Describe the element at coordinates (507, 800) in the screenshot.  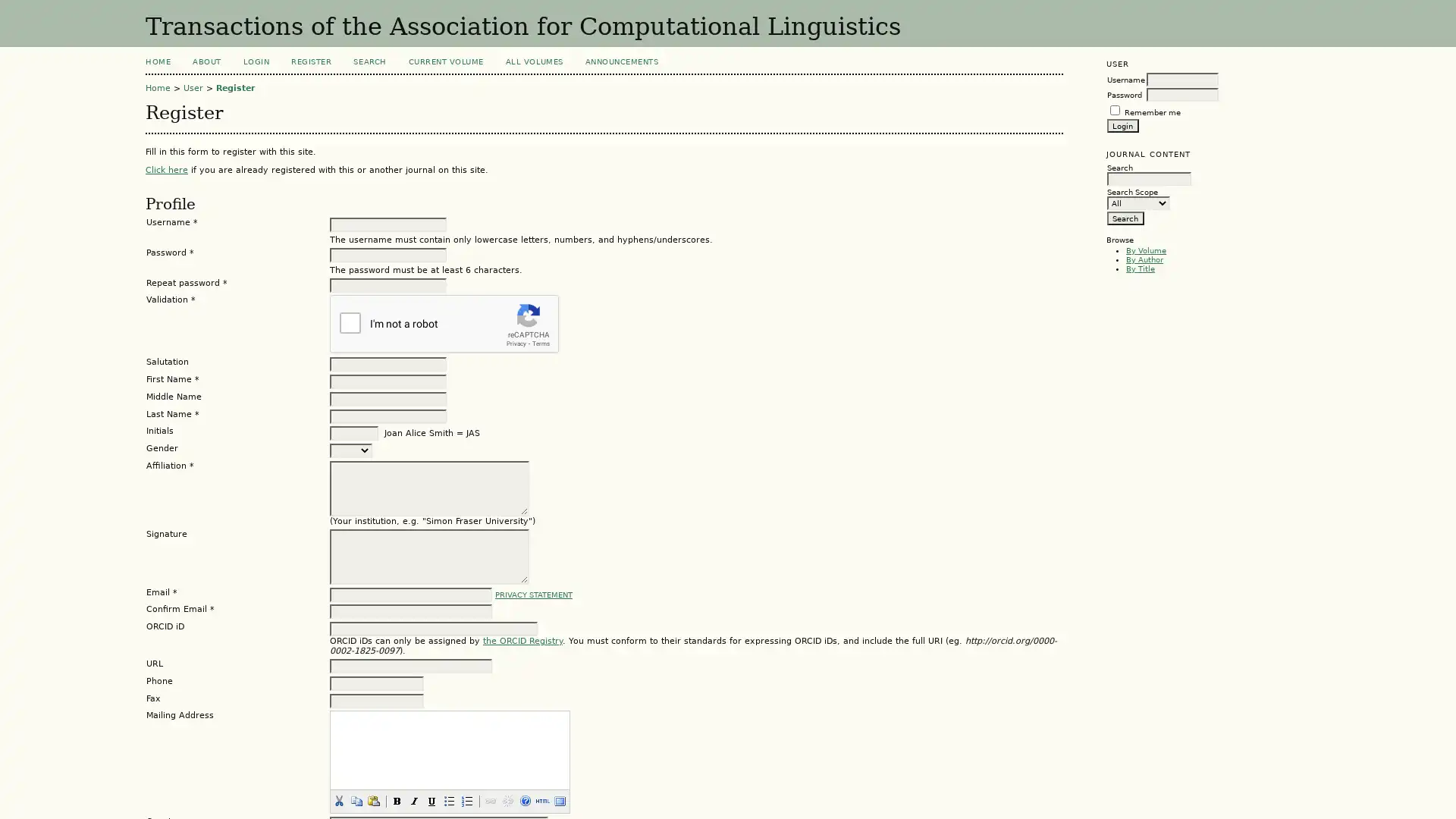
I see `Unlink` at that location.